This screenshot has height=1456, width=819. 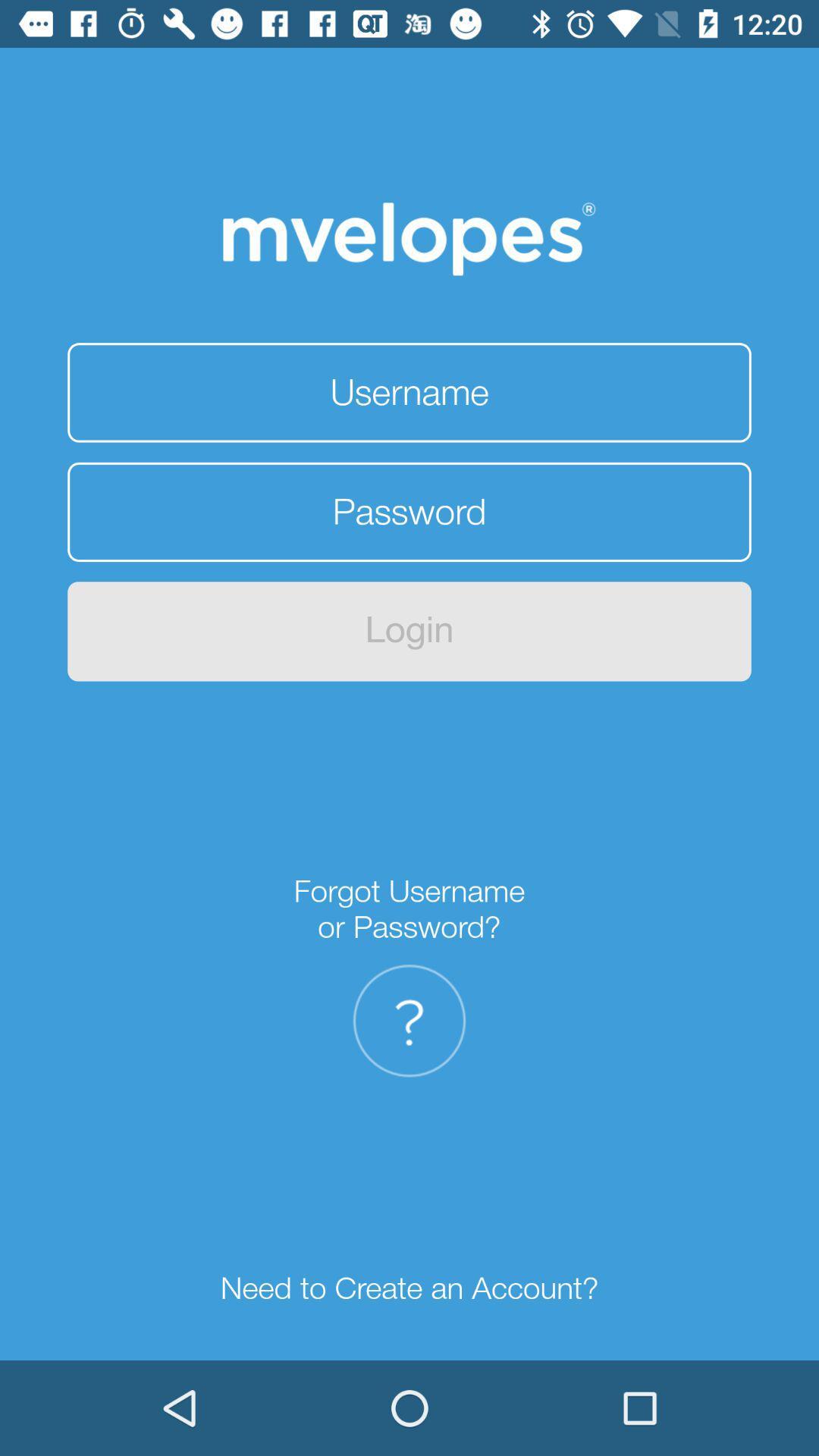 I want to click on icon above the need to create, so click(x=409, y=1021).